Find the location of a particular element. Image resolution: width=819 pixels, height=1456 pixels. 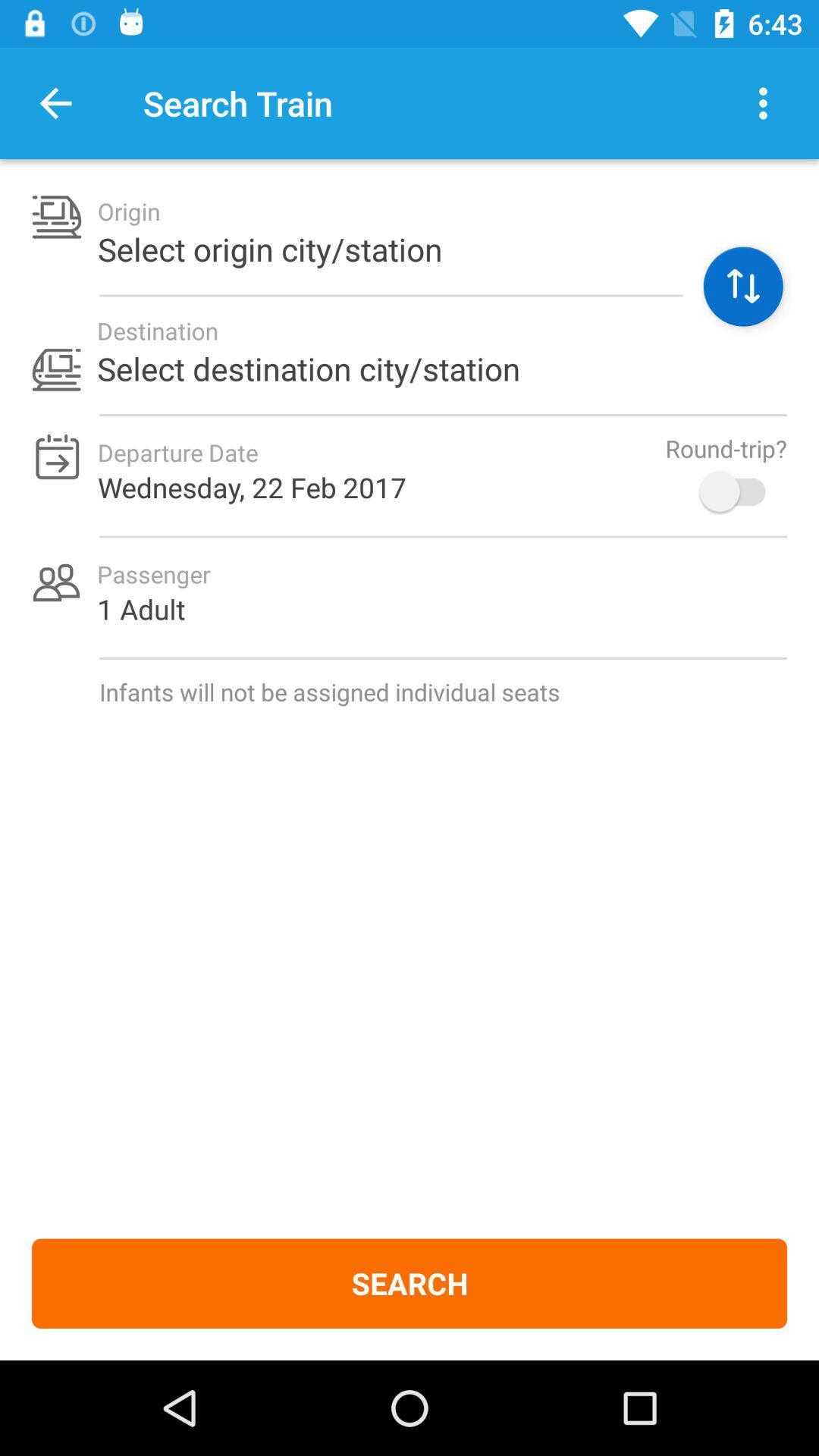

the item next to the search train icon is located at coordinates (763, 102).